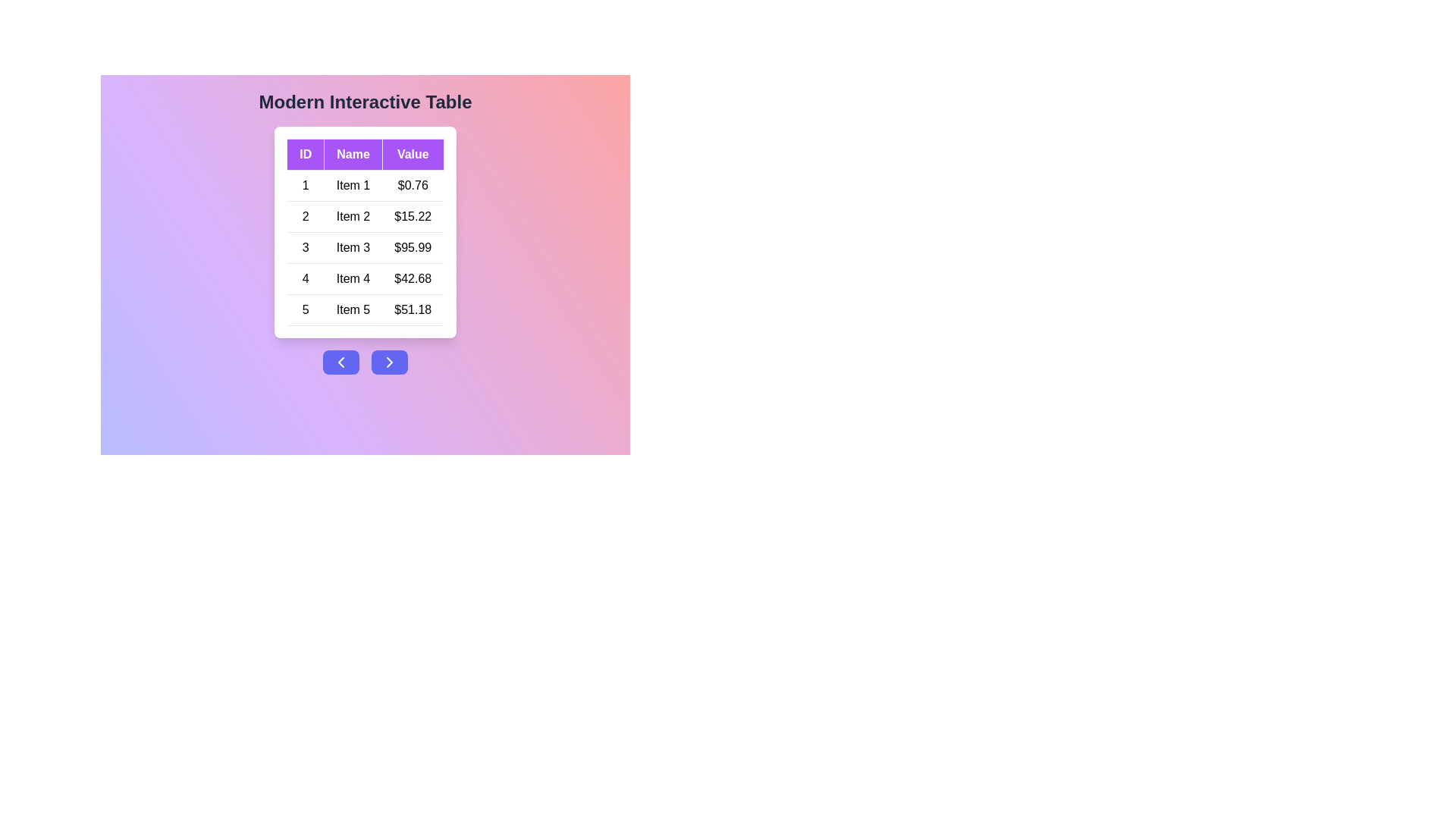 Image resolution: width=1456 pixels, height=819 pixels. What do you see at coordinates (340, 362) in the screenshot?
I see `the navigation button to move to the previous page` at bounding box center [340, 362].